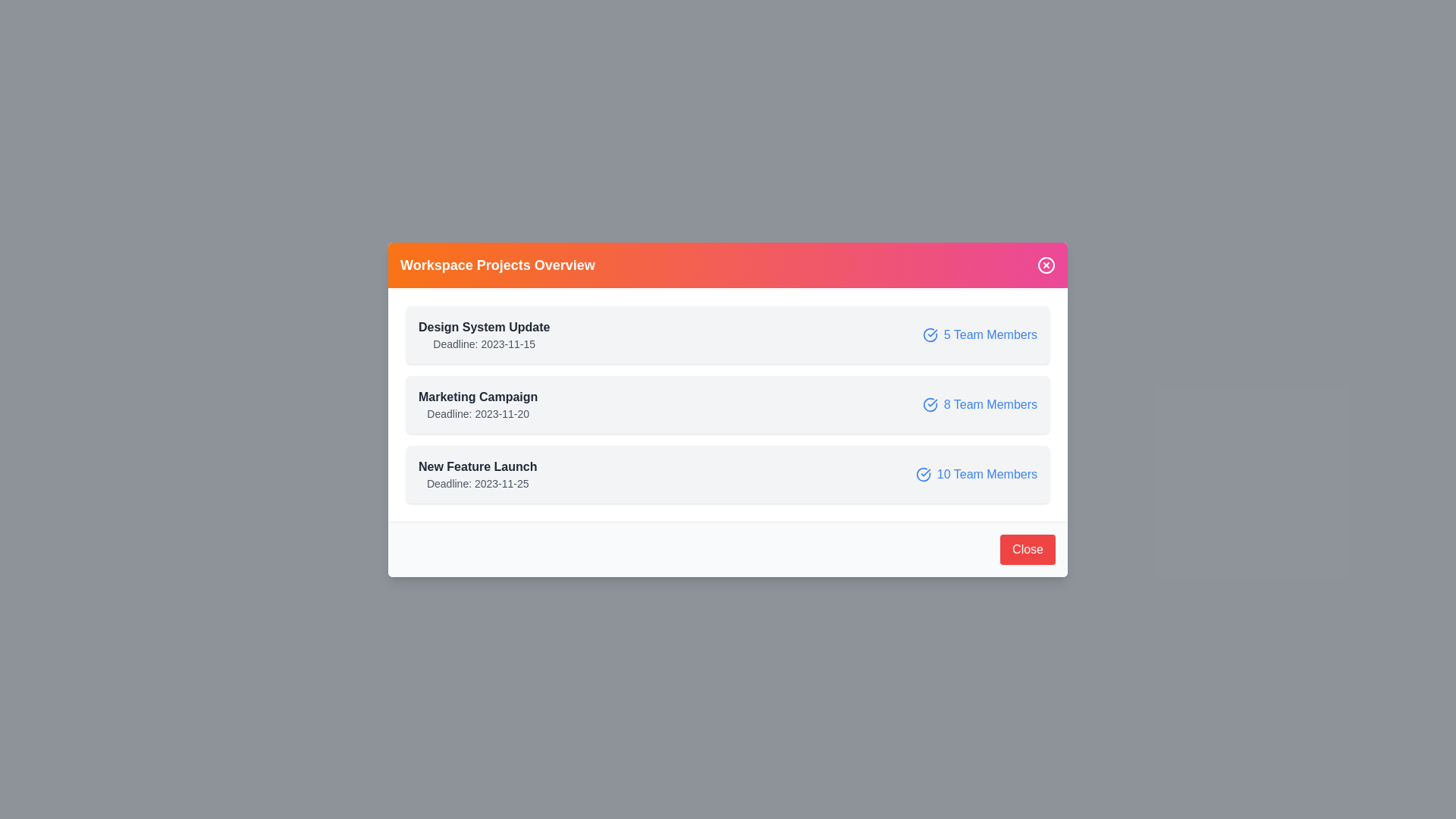 Image resolution: width=1456 pixels, height=819 pixels. What do you see at coordinates (728, 403) in the screenshot?
I see `the project 'Marketing Campaign' to inspect its details` at bounding box center [728, 403].